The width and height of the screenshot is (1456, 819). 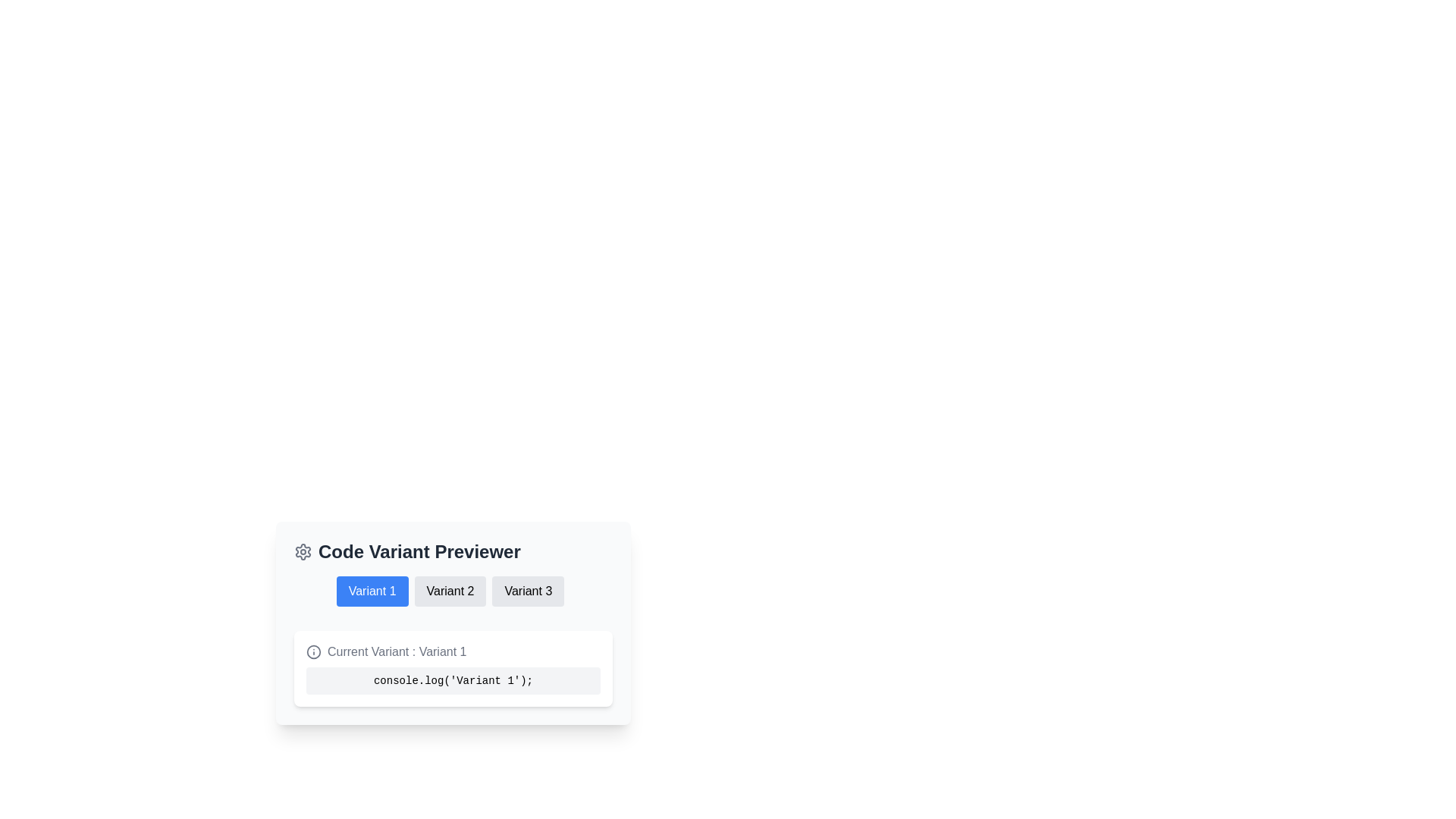 I want to click on the first variant button in the 'Code Variant Previewer' section, so click(x=372, y=590).